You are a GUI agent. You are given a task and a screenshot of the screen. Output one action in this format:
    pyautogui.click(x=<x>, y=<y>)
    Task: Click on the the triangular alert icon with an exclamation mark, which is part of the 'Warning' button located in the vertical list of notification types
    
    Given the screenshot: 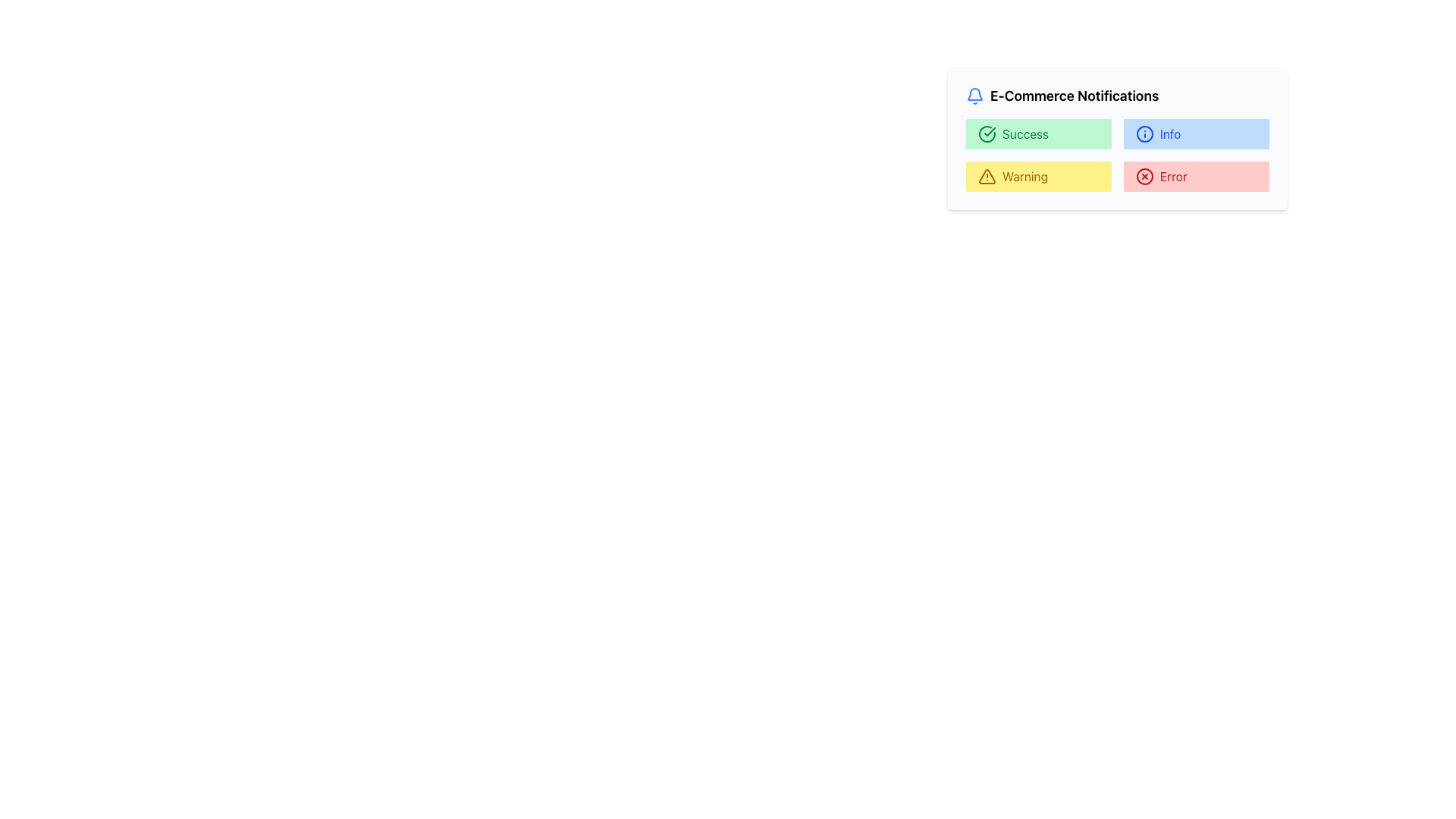 What is the action you would take?
    pyautogui.click(x=987, y=175)
    